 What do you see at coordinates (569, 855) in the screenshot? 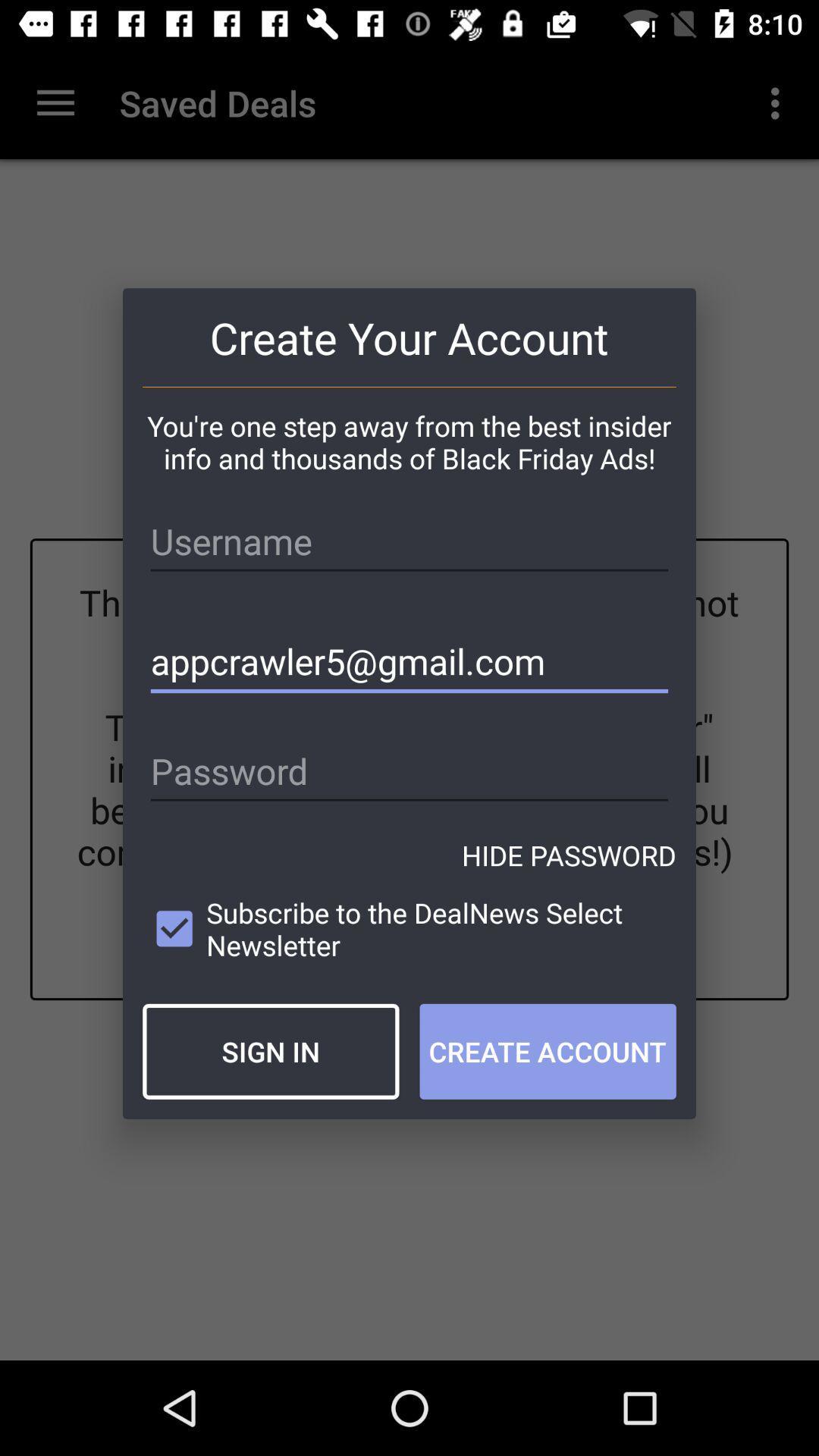
I see `the hide password item` at bounding box center [569, 855].